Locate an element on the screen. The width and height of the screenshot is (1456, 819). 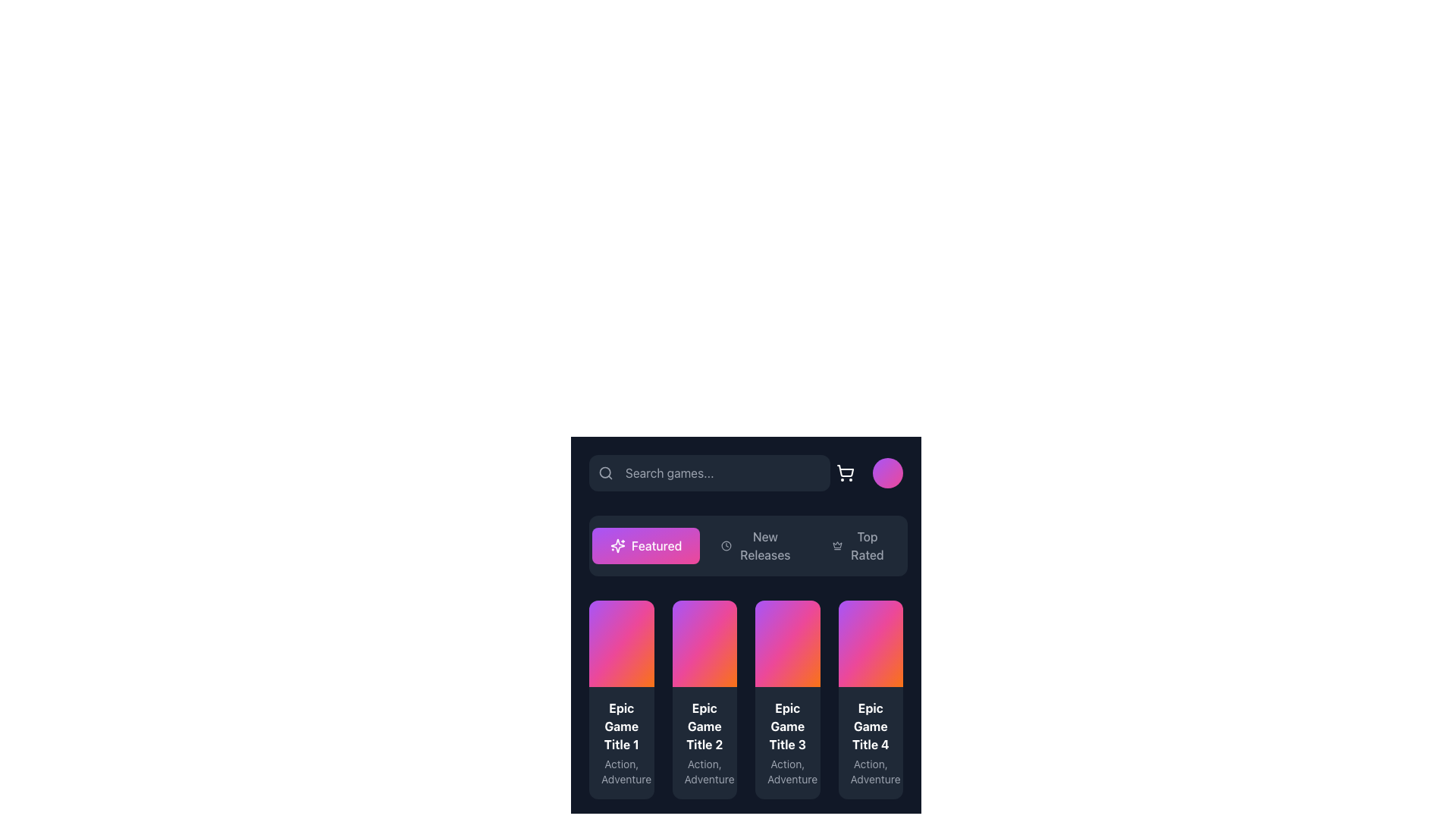
the title or heading of the fourth game card in the 'Featured' section, which is located directly above the genre label 'Action, Adventure' is located at coordinates (871, 725).